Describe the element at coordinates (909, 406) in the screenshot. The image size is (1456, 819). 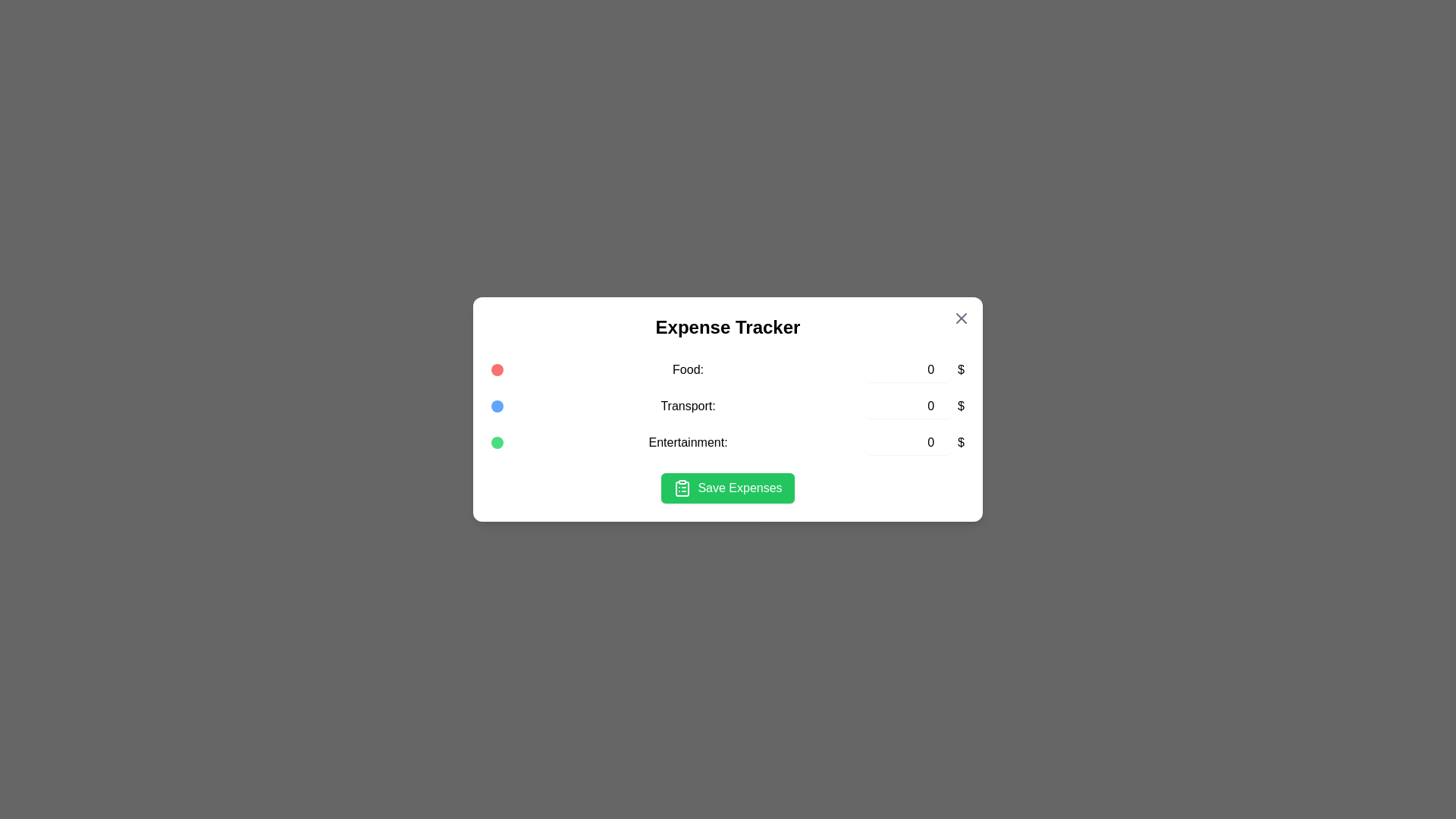
I see `the expense amount for the 'Transport' category to 2983` at that location.